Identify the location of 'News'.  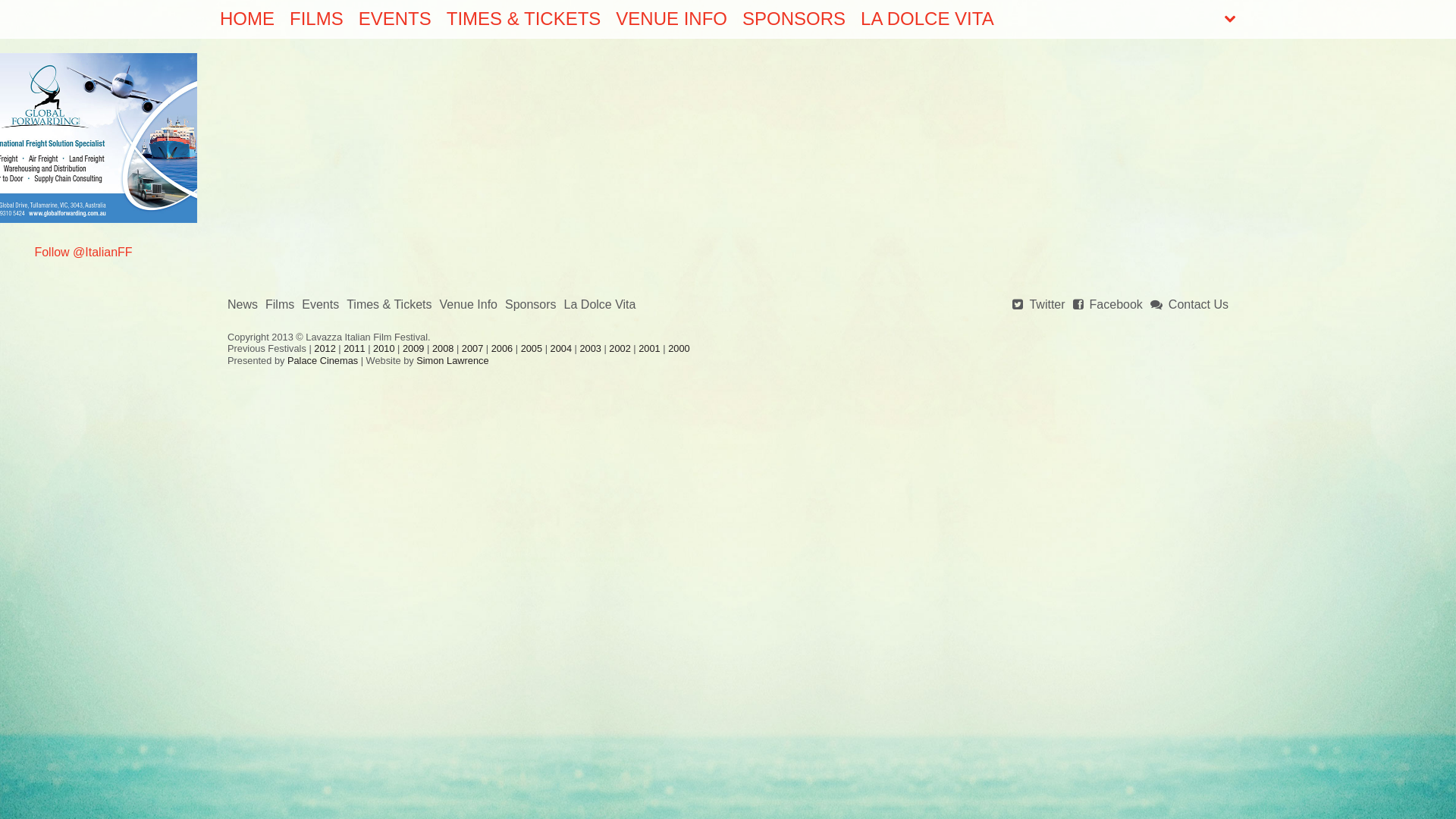
(243, 305).